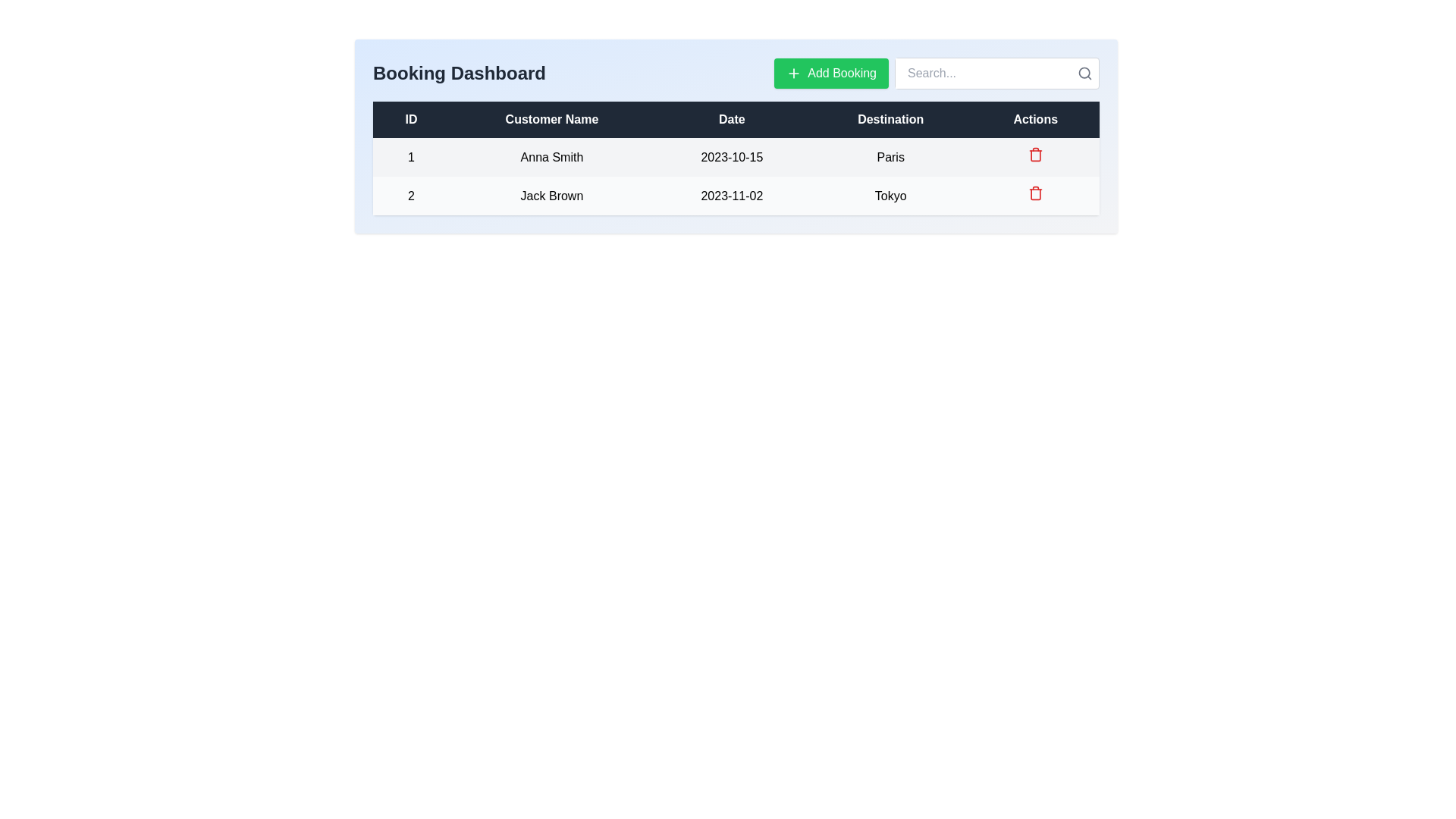 The width and height of the screenshot is (1456, 819). What do you see at coordinates (890, 157) in the screenshot?
I see `the 'Paris' text label in the 'Destination' column, which is located in the fourth cell of the first visible row under 'Anna Smith' from '2023-10-15'` at bounding box center [890, 157].